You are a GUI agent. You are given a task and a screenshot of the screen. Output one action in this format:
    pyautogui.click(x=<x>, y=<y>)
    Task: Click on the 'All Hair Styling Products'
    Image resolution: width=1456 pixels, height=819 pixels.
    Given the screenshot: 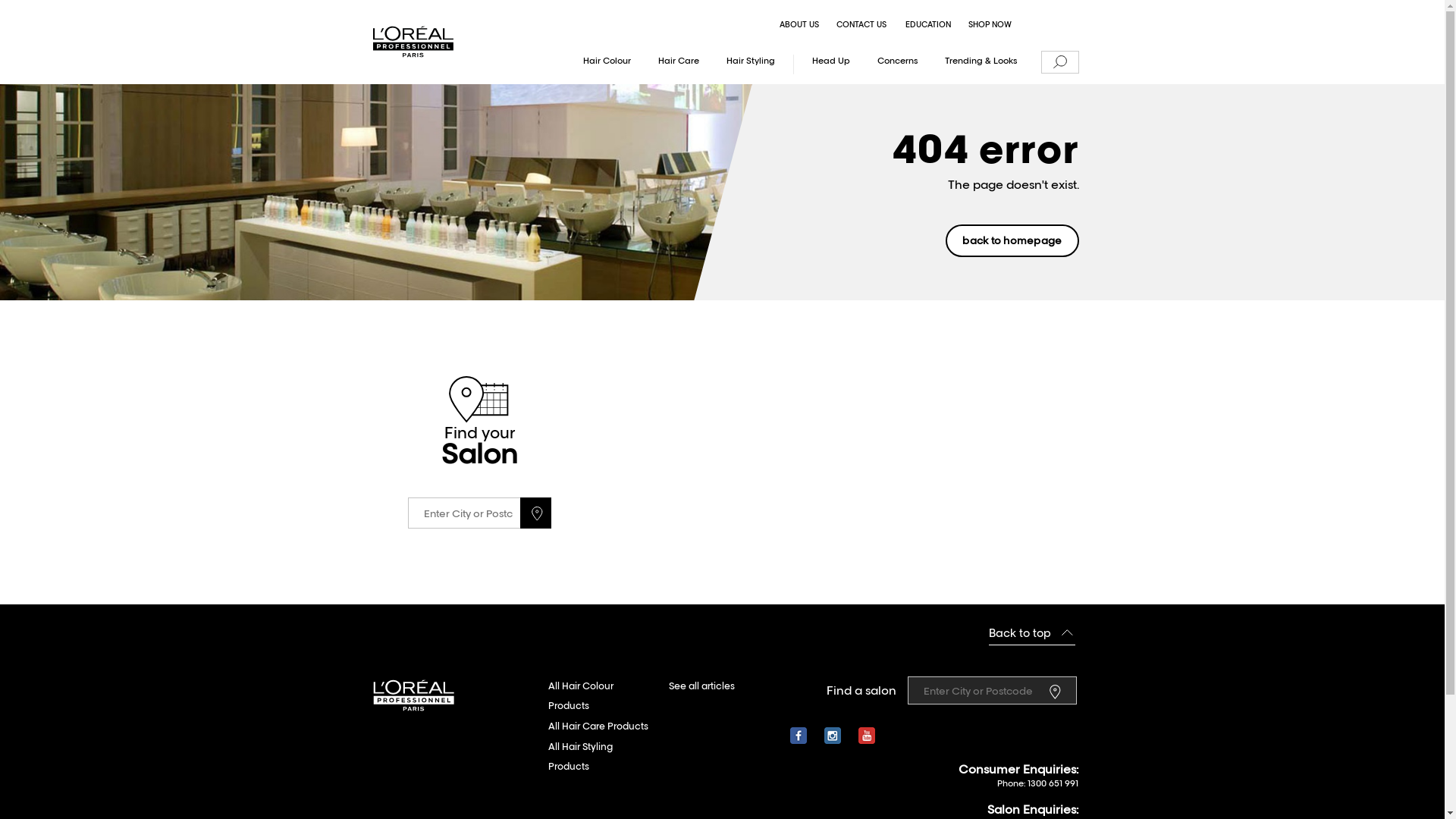 What is the action you would take?
    pyautogui.click(x=546, y=757)
    